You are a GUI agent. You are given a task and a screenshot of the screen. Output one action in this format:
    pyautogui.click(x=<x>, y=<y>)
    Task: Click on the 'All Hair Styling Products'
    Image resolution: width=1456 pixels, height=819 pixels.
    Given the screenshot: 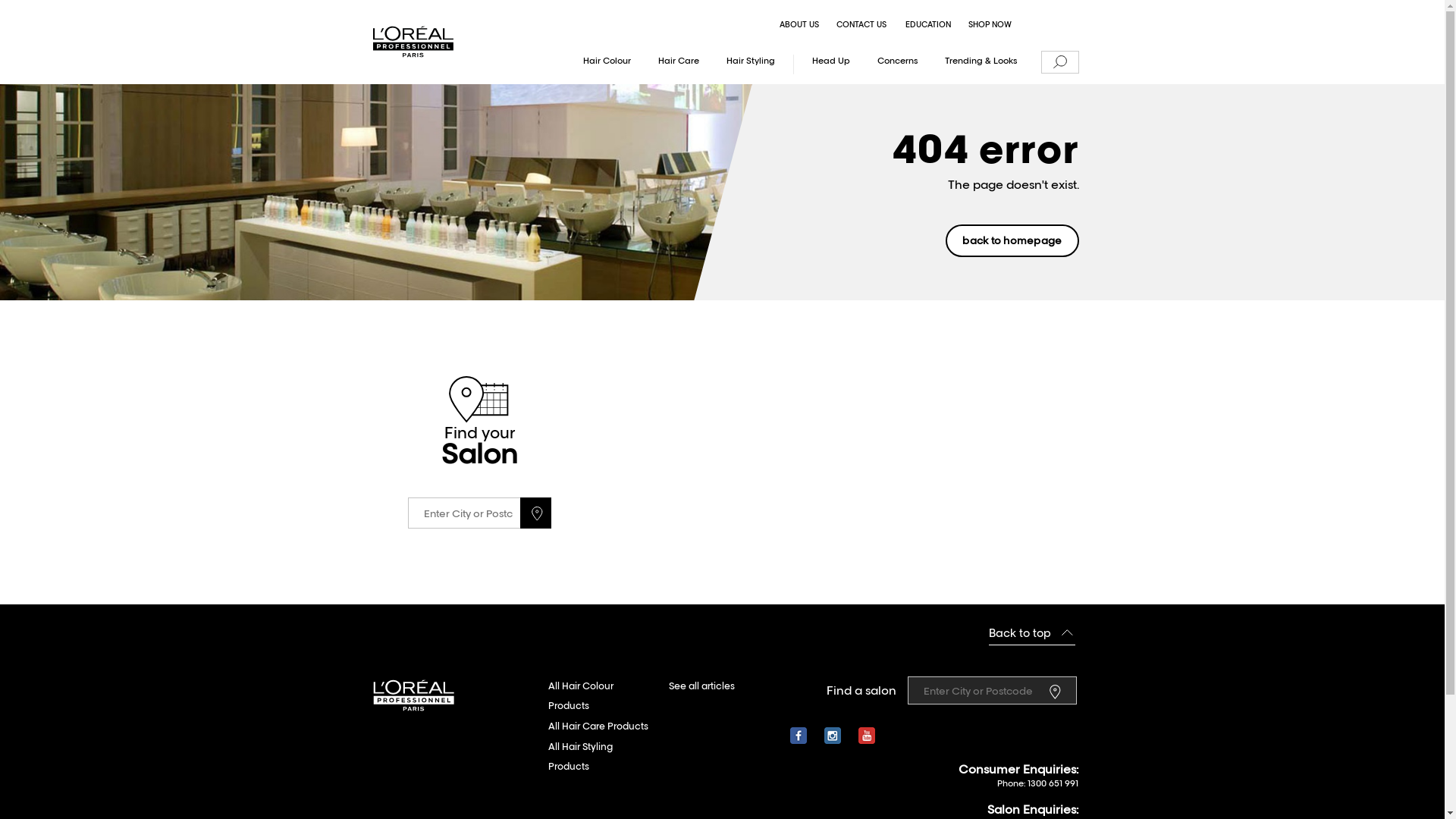 What is the action you would take?
    pyautogui.click(x=546, y=757)
    